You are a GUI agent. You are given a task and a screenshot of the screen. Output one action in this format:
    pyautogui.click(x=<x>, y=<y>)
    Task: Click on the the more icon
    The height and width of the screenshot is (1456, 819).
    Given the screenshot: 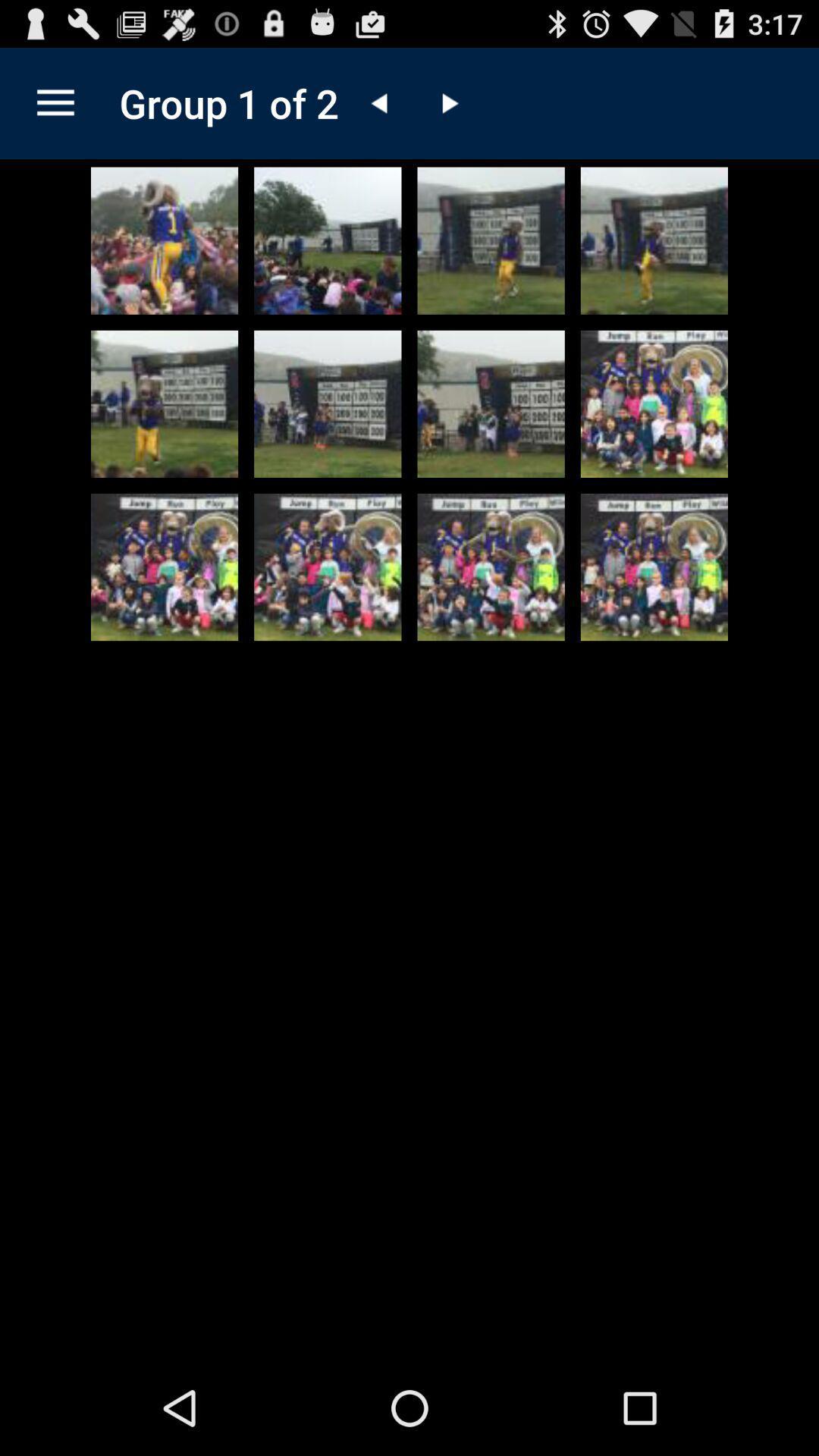 What is the action you would take?
    pyautogui.click(x=327, y=257)
    